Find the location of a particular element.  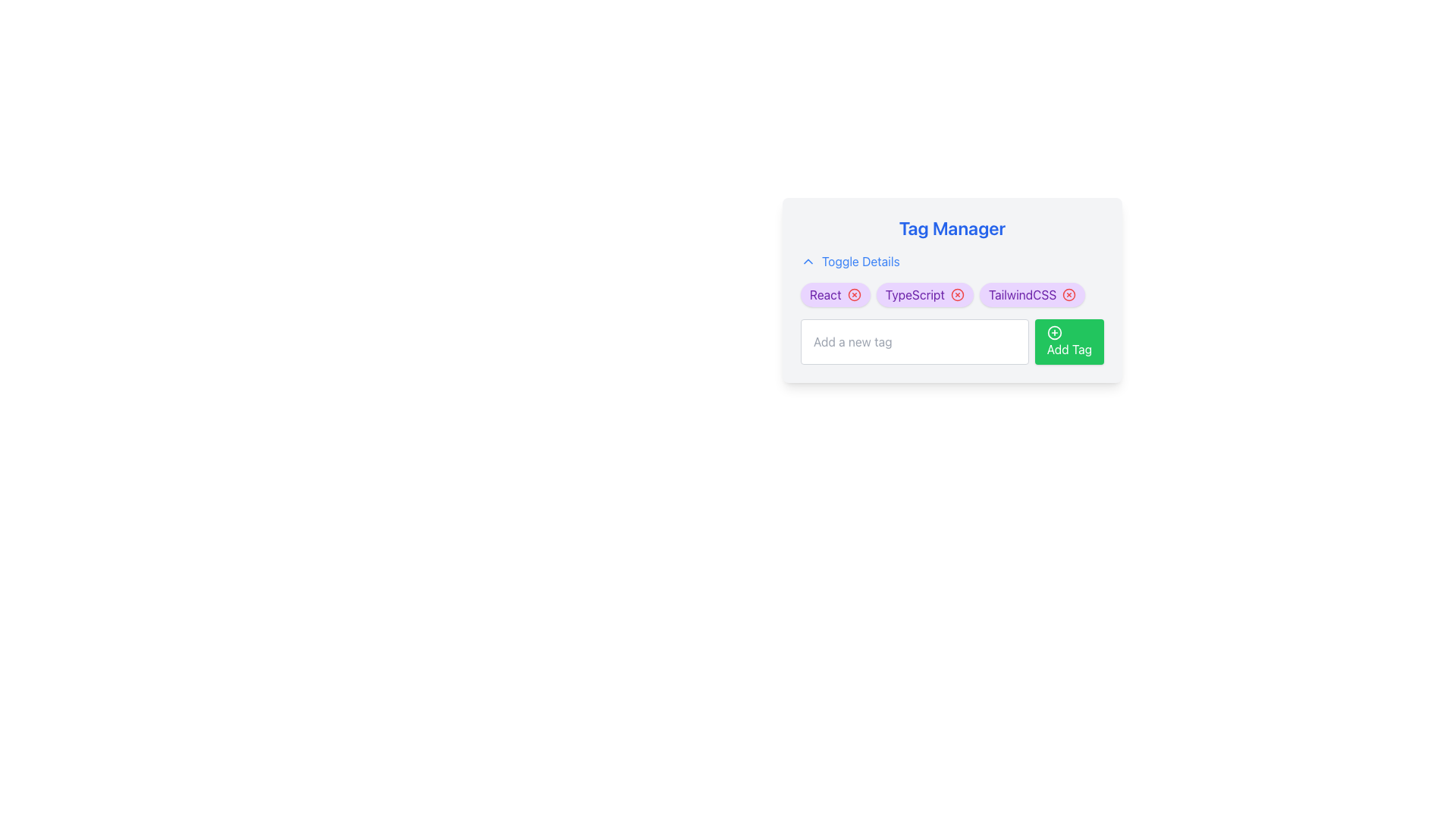

the Decorative Icon, which is a circular outline located at the center of the green 'Add Tag' button in the 'Tag Manager' section is located at coordinates (1053, 332).